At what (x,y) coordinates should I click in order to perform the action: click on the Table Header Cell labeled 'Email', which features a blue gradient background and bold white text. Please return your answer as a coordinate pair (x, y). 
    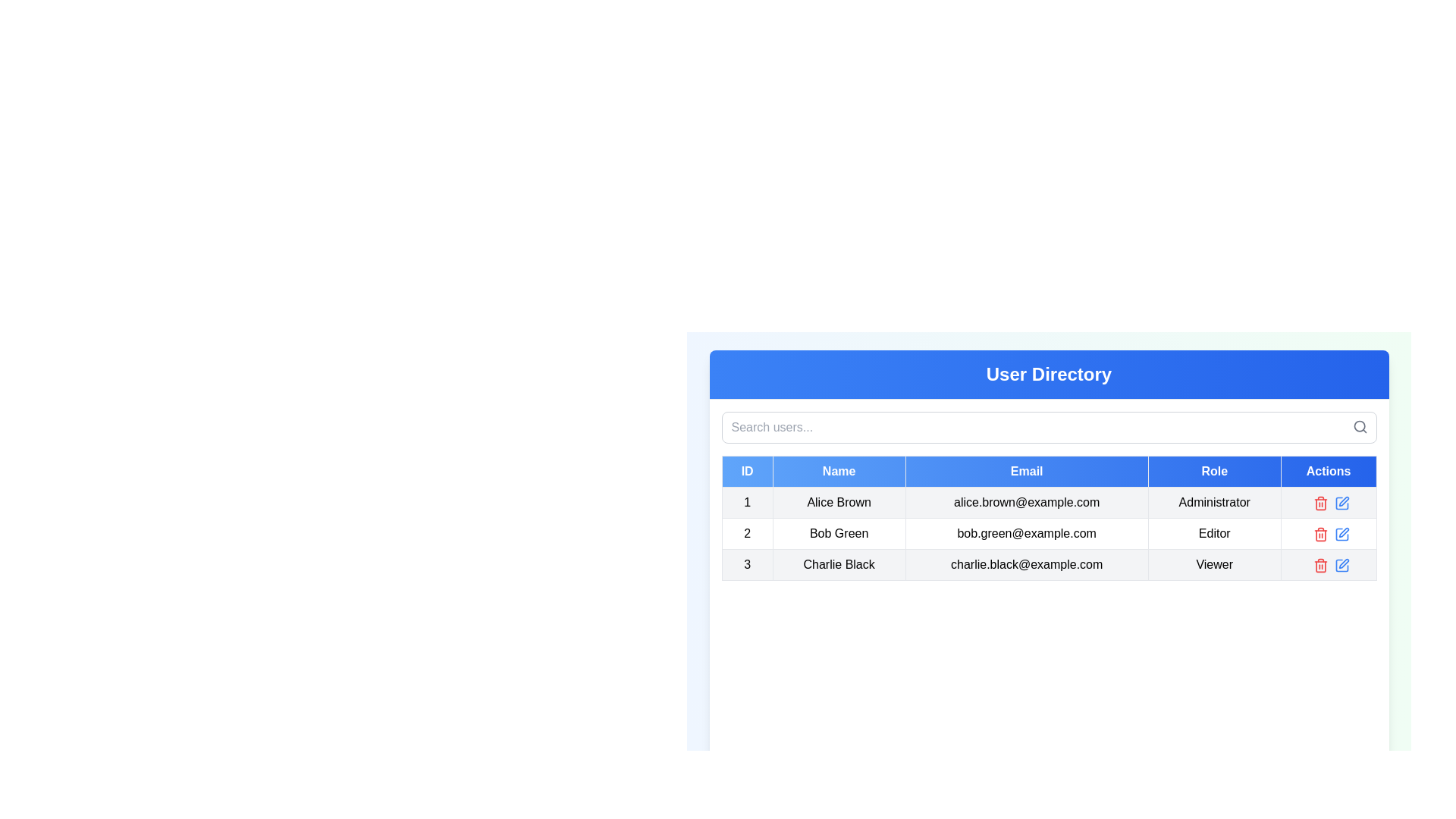
    Looking at the image, I should click on (1027, 470).